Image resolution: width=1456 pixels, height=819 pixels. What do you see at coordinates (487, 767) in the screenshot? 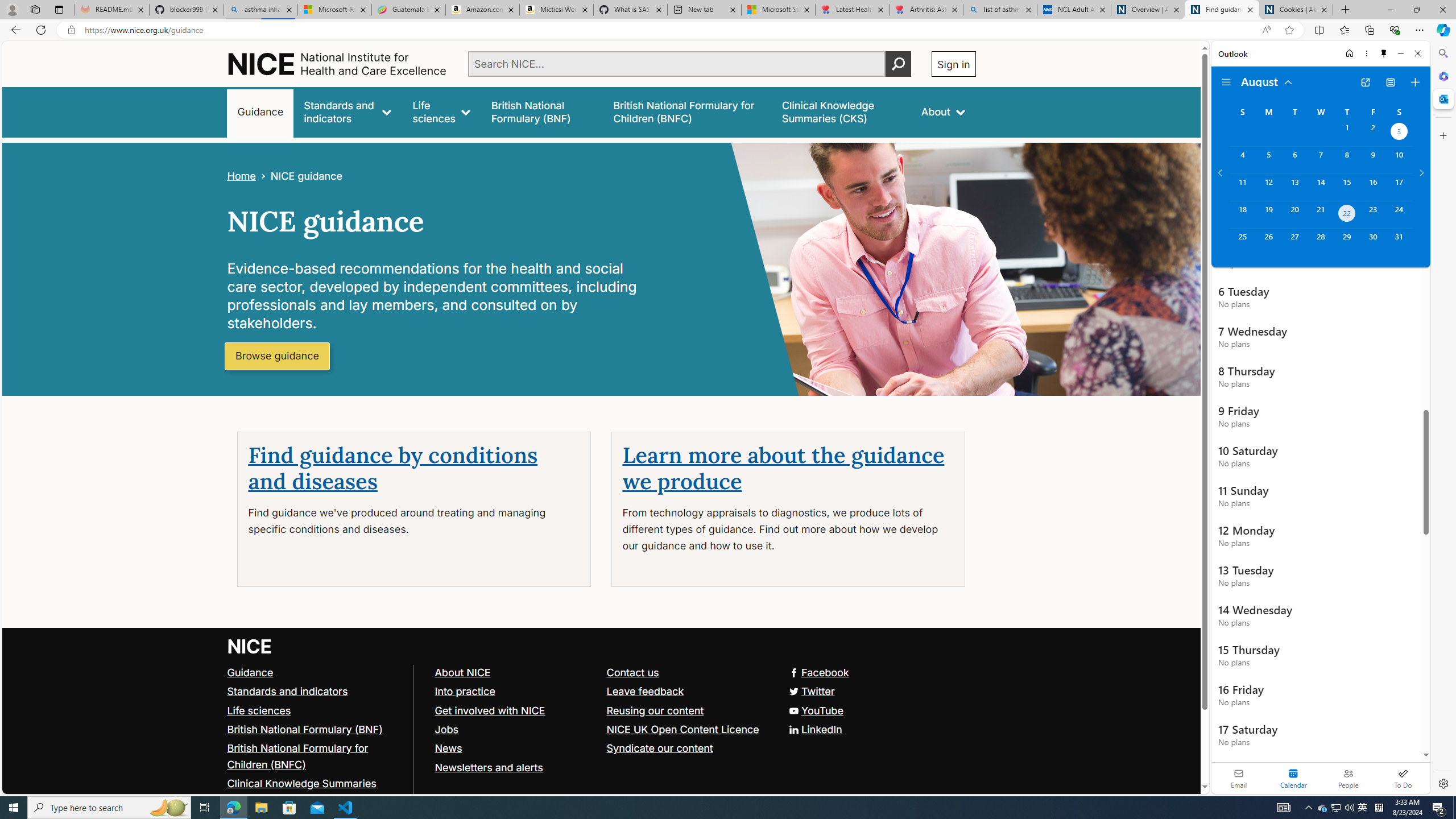
I see `'Newsletters and alerts'` at bounding box center [487, 767].